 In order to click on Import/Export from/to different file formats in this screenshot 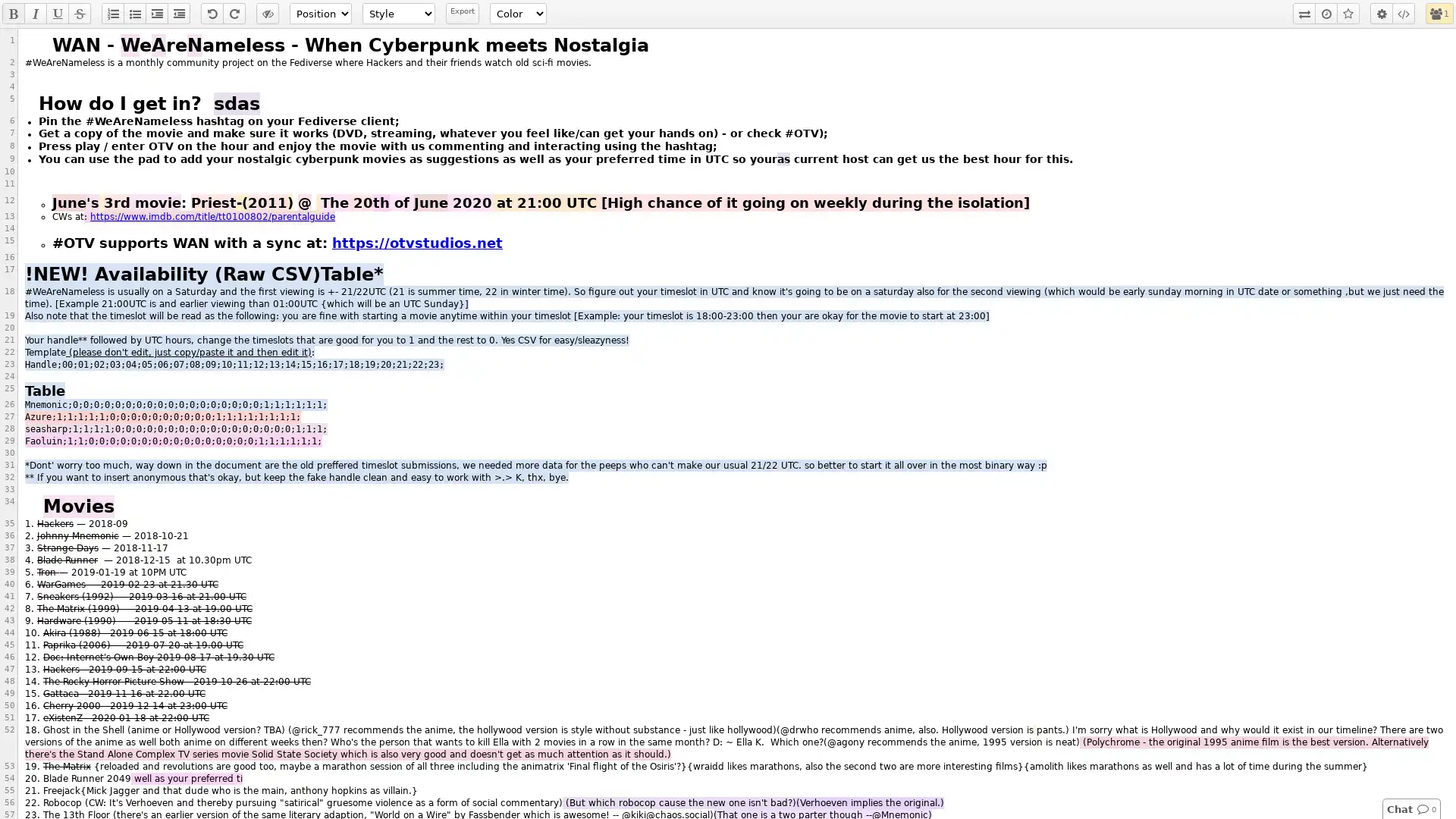, I will do `click(1303, 14)`.